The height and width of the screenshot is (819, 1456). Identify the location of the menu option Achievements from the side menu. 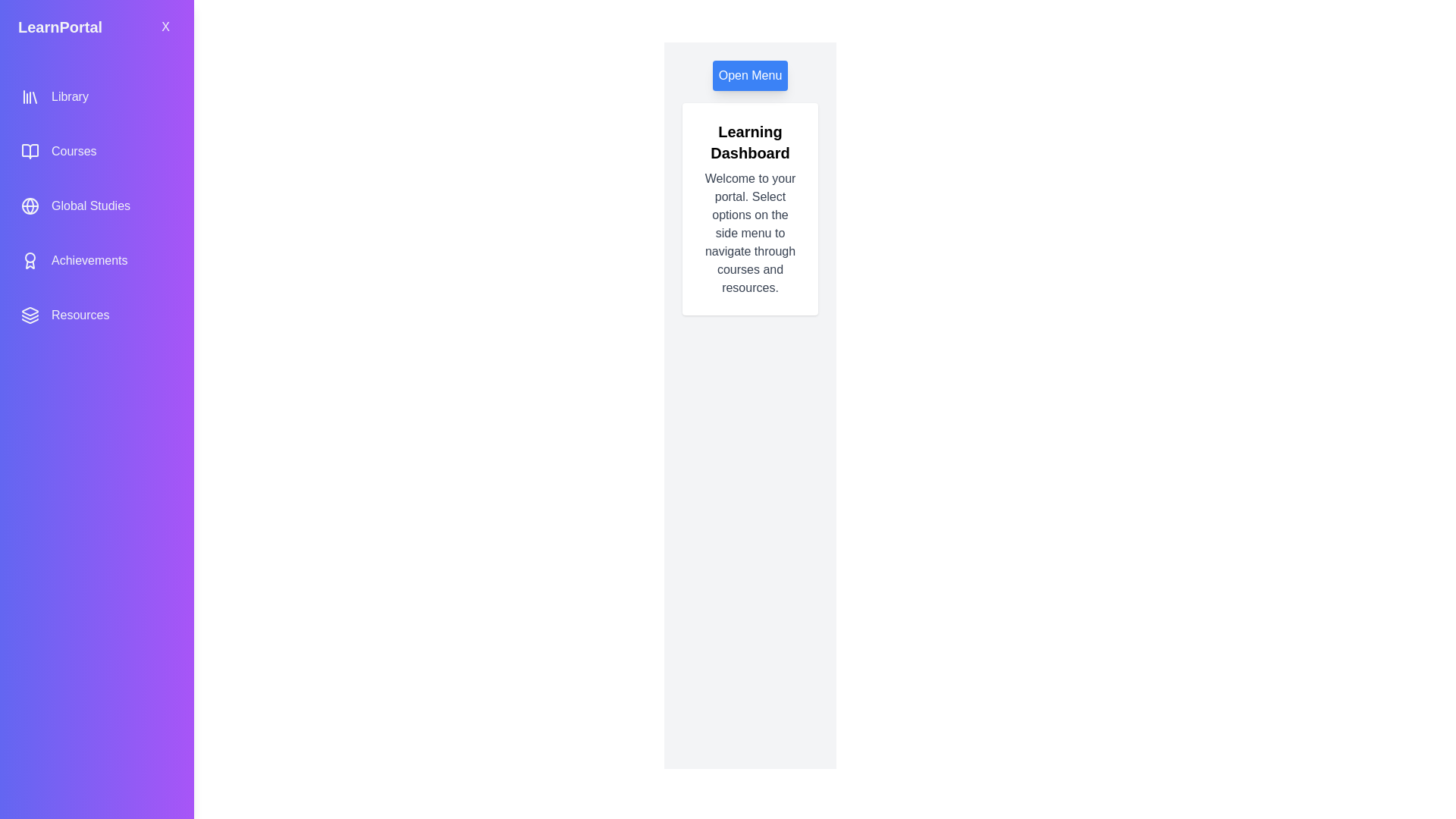
(96, 259).